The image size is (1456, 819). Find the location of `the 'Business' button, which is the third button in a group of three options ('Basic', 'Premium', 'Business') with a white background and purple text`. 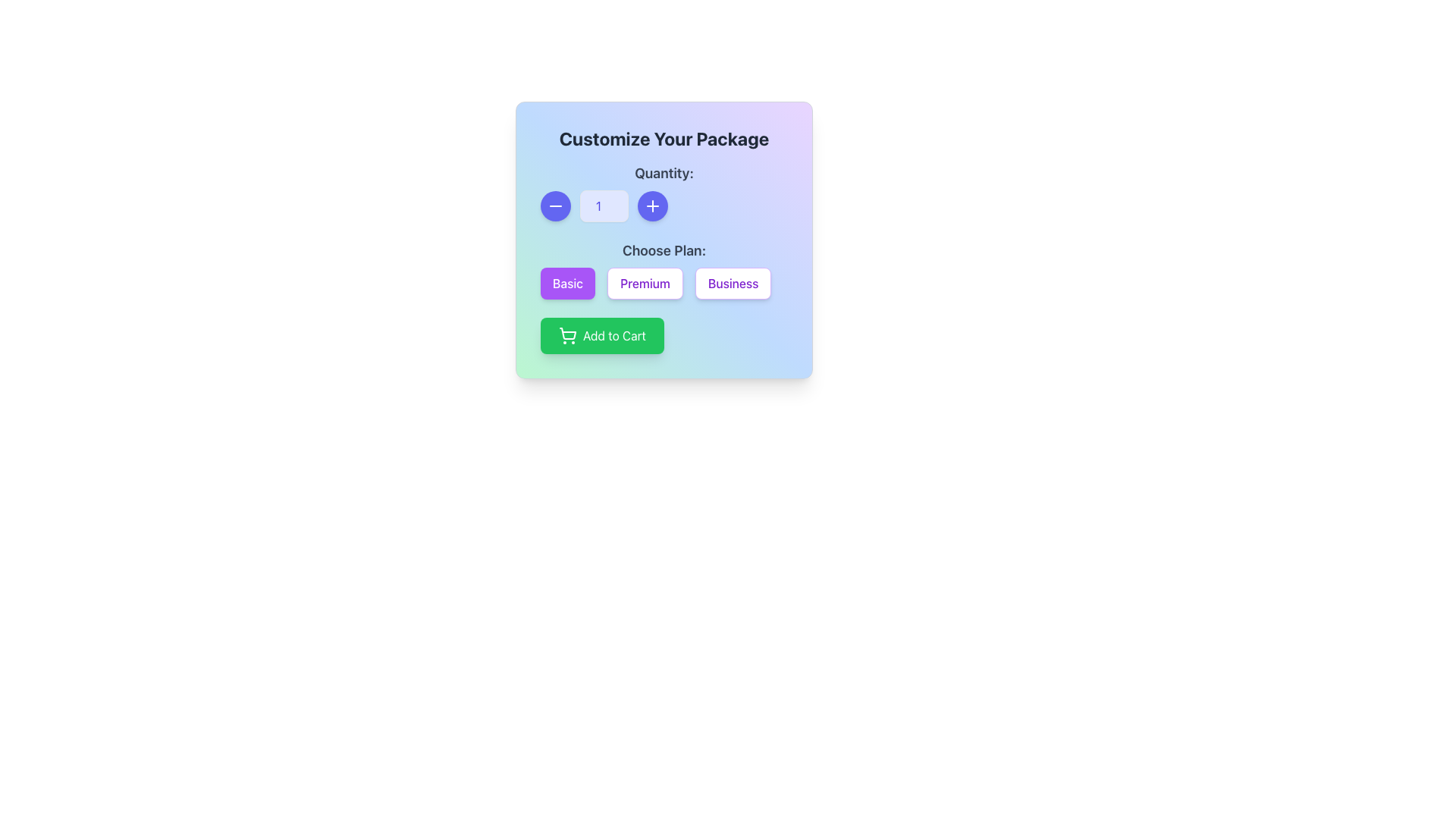

the 'Business' button, which is the third button in a group of three options ('Basic', 'Premium', 'Business') with a white background and purple text is located at coordinates (733, 284).